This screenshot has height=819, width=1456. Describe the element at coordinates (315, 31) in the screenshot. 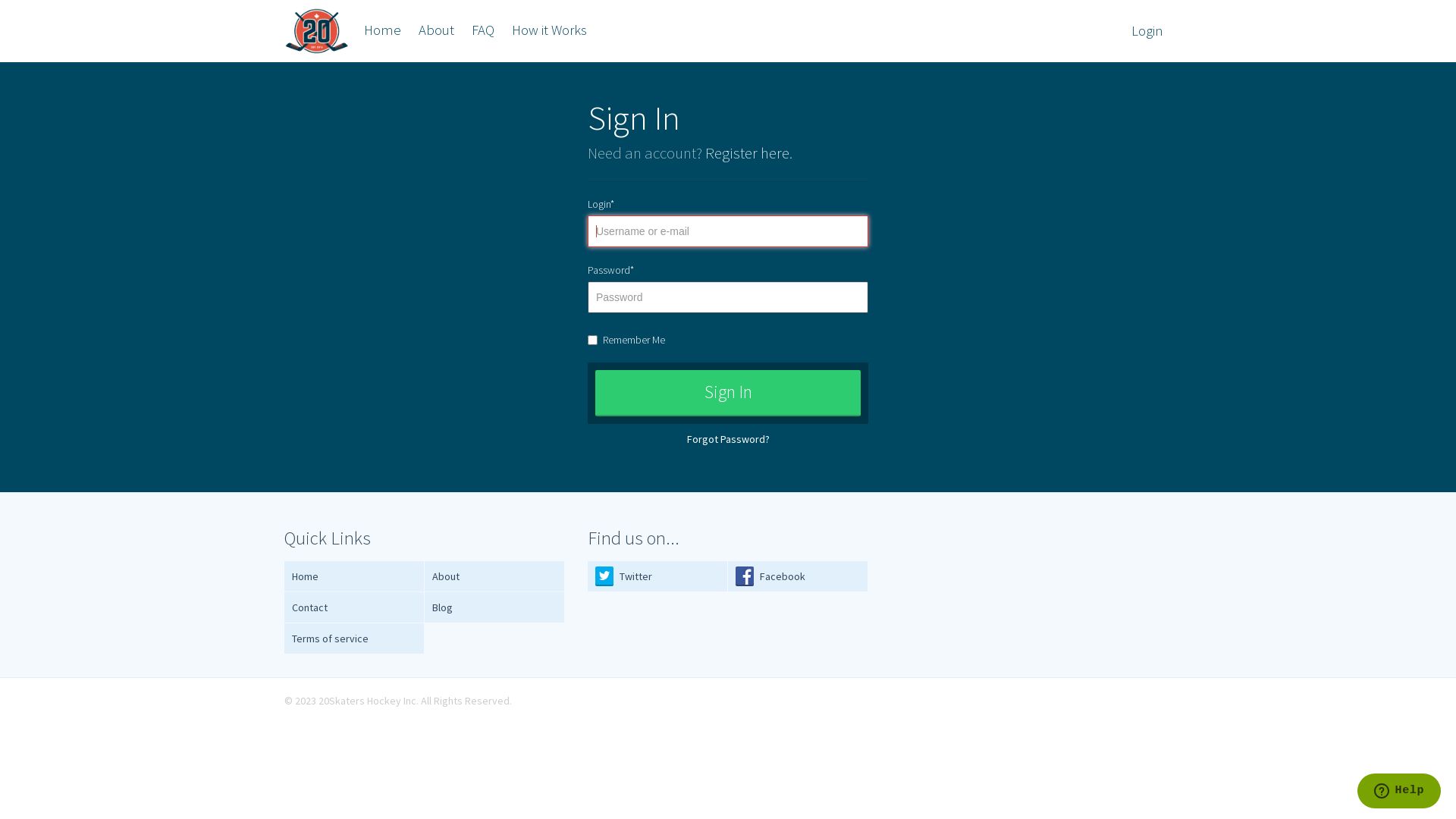

I see `'20Skaters'` at that location.